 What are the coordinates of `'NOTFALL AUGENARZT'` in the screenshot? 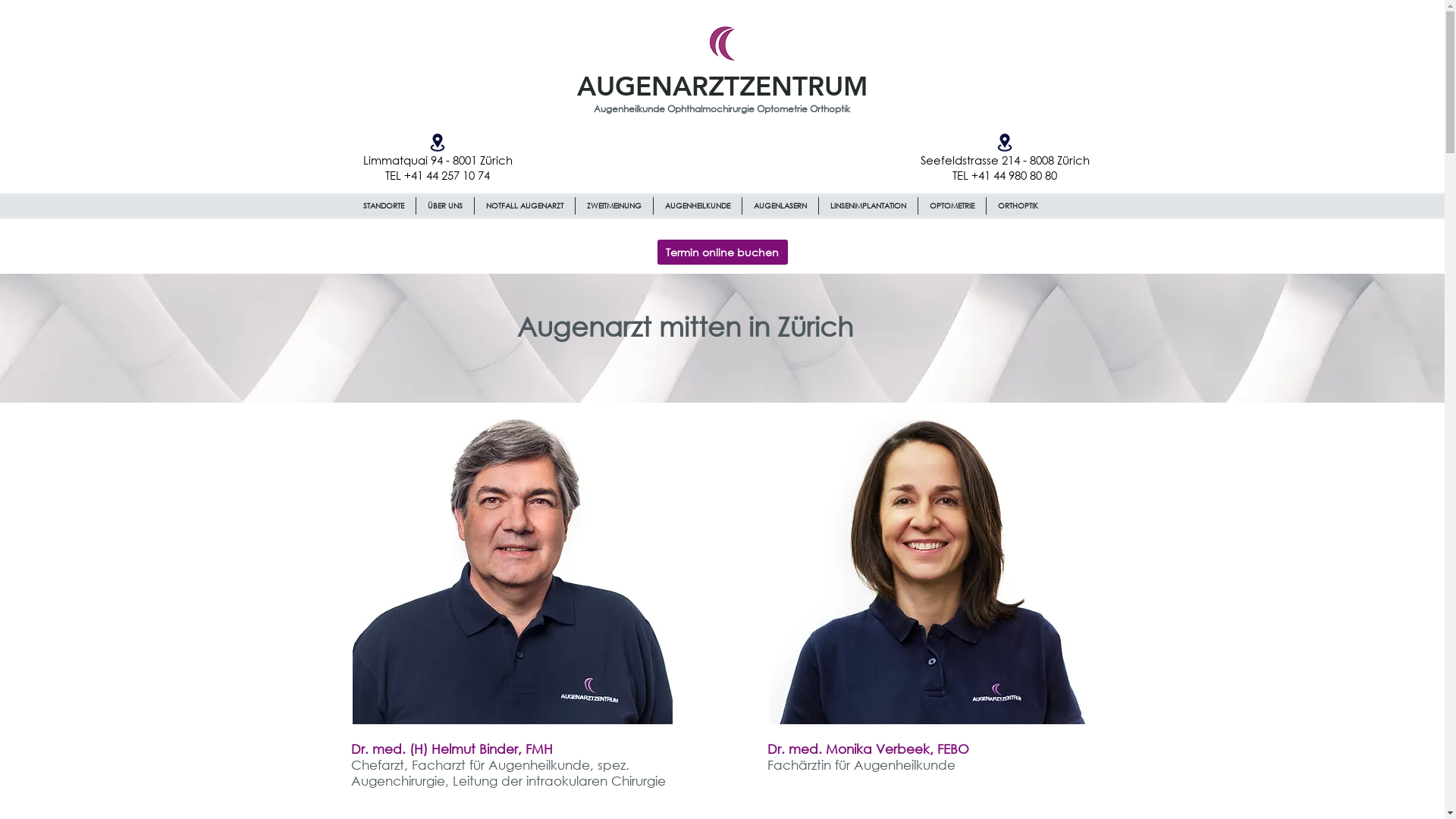 It's located at (524, 206).